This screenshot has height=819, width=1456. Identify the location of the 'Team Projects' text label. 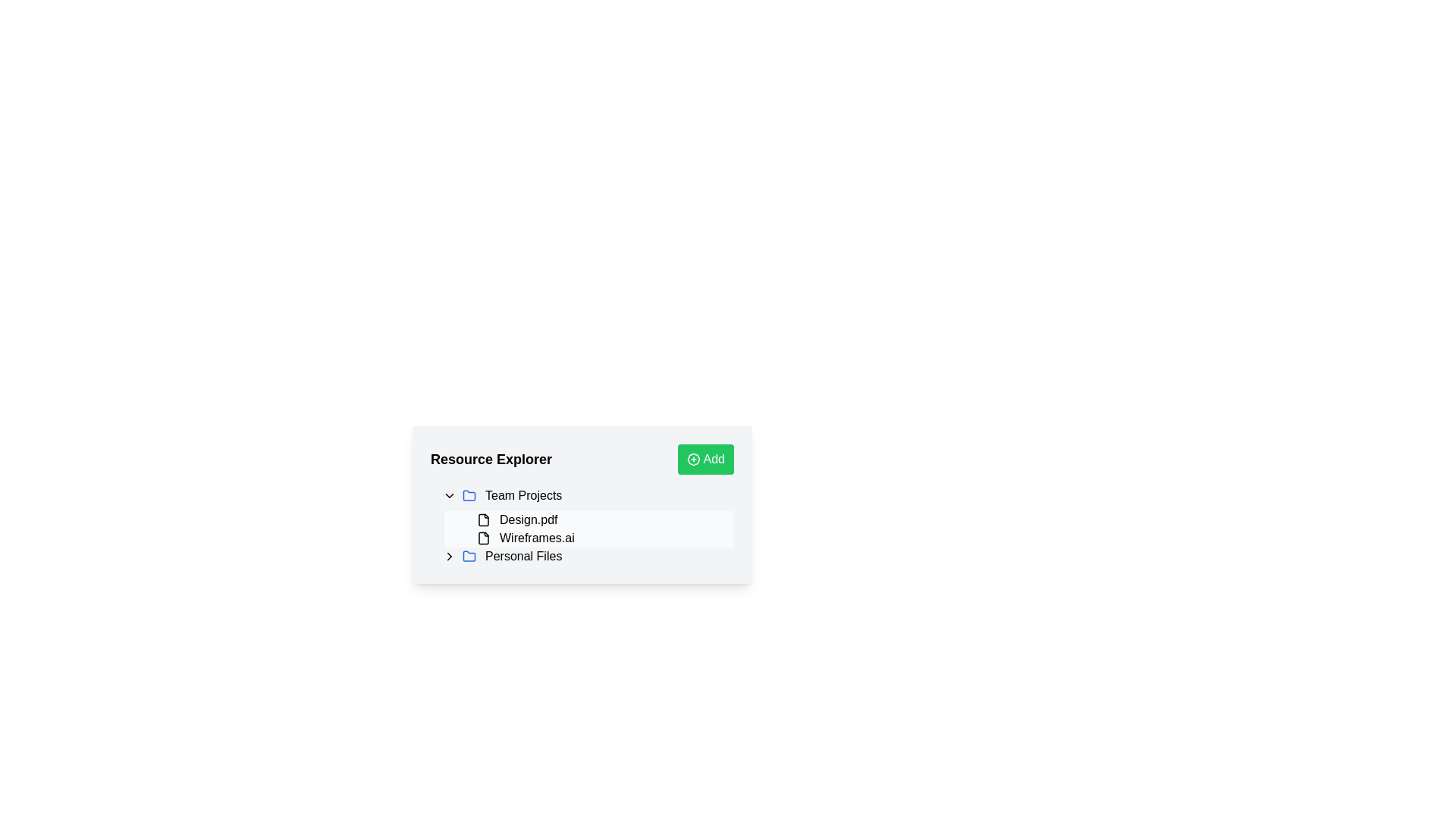
(523, 496).